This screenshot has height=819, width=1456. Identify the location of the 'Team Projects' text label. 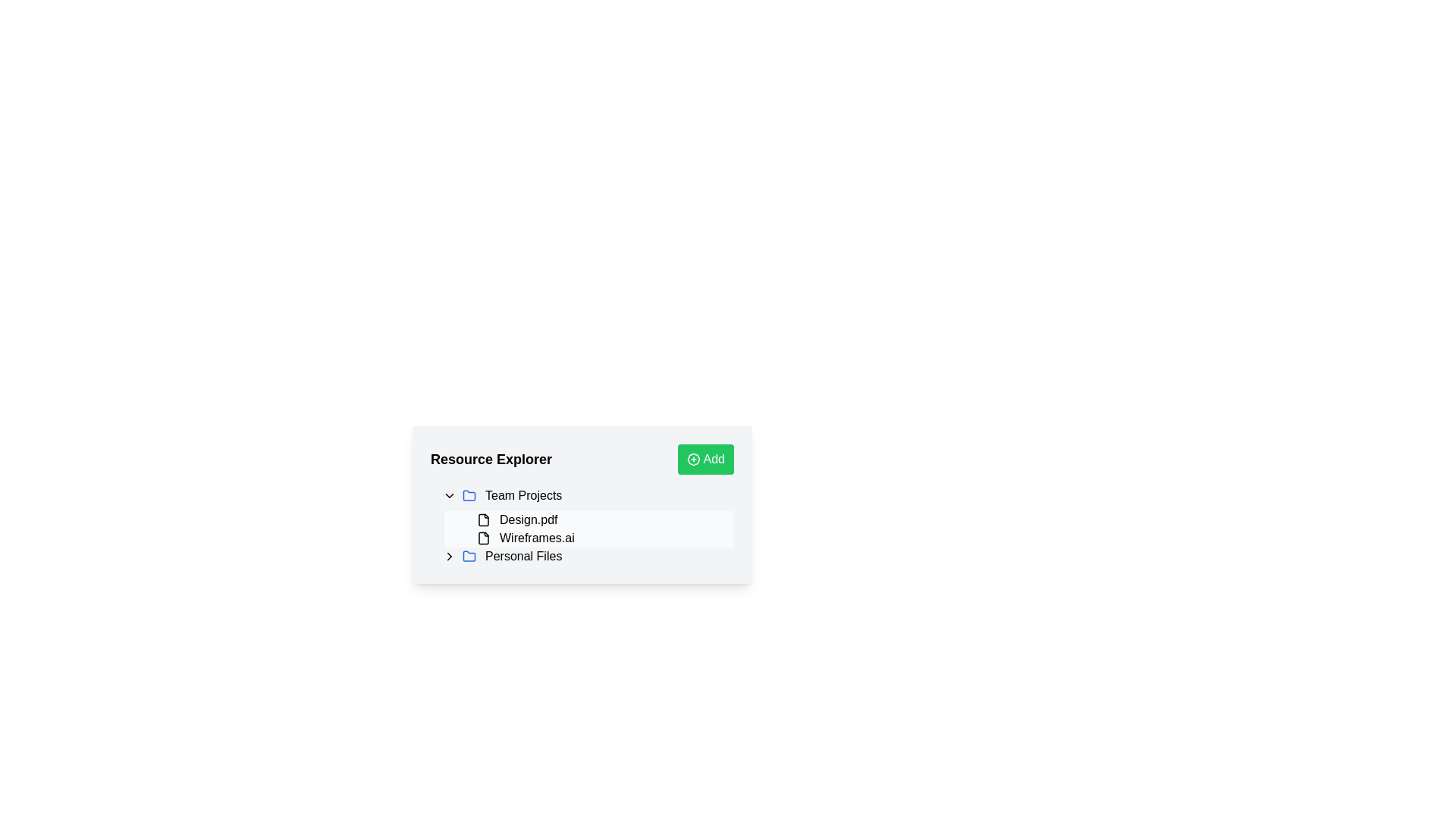
(523, 496).